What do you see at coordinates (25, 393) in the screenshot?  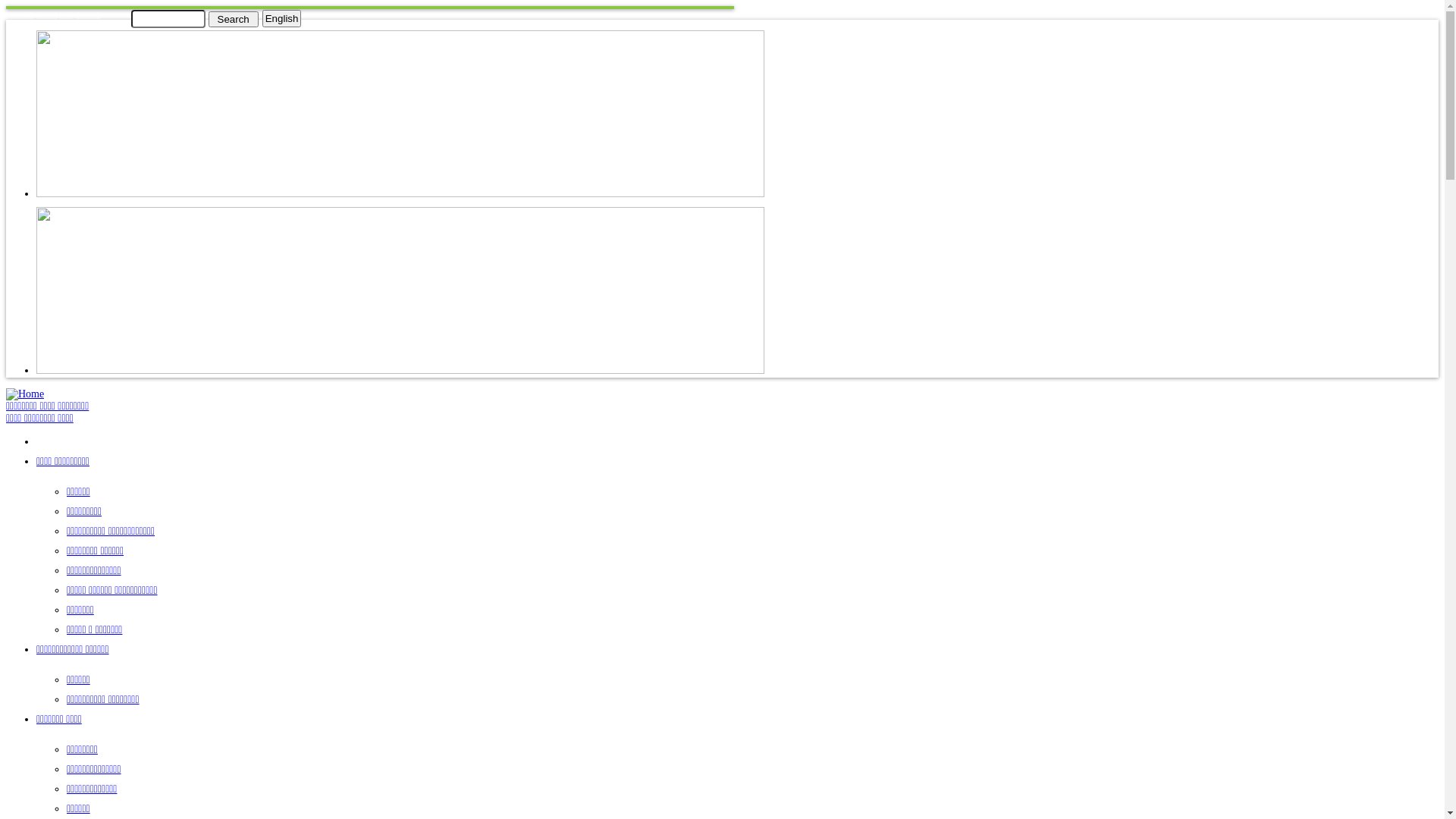 I see `'Home'` at bounding box center [25, 393].